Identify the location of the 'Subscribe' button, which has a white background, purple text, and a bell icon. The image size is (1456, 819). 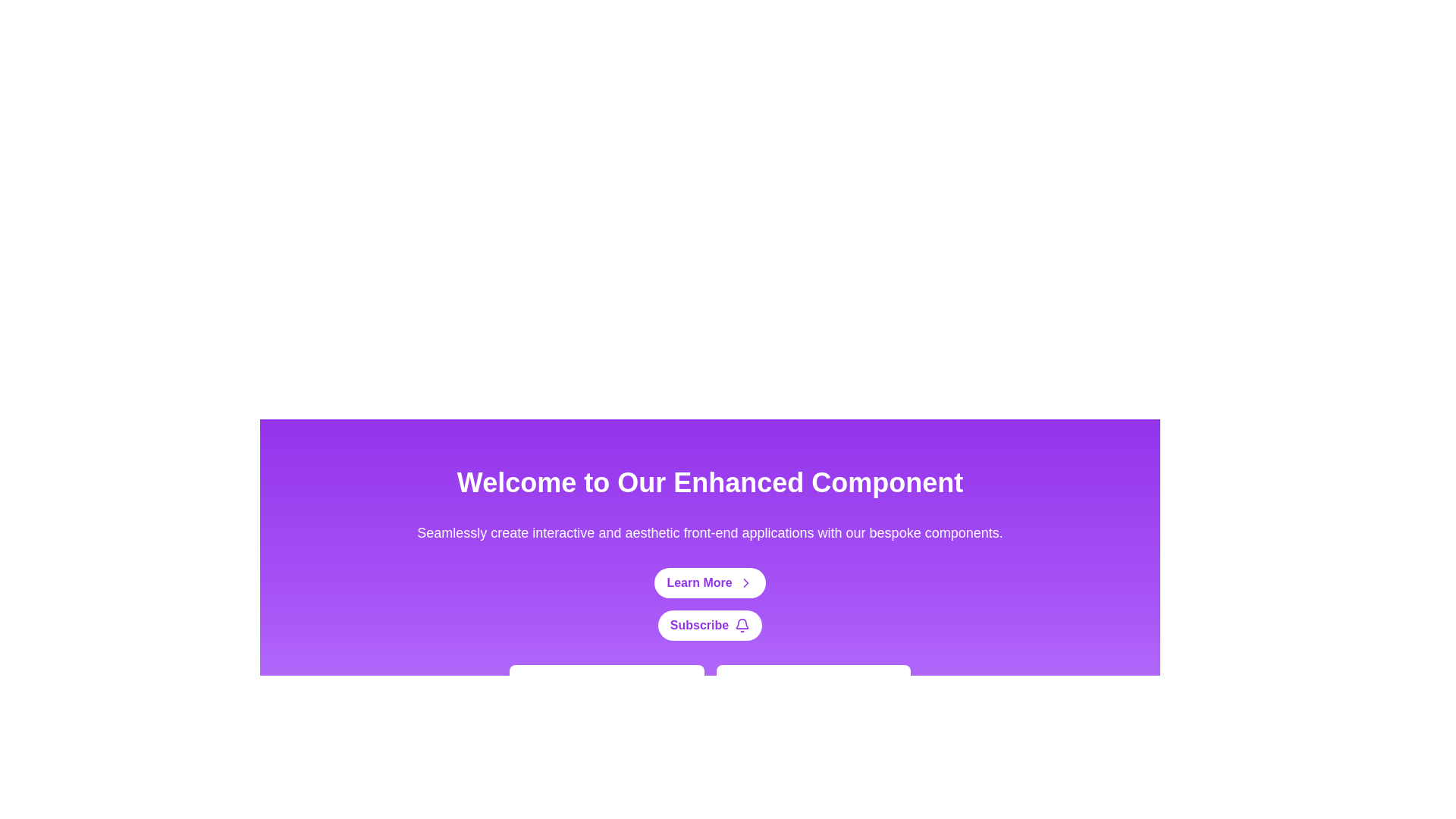
(709, 626).